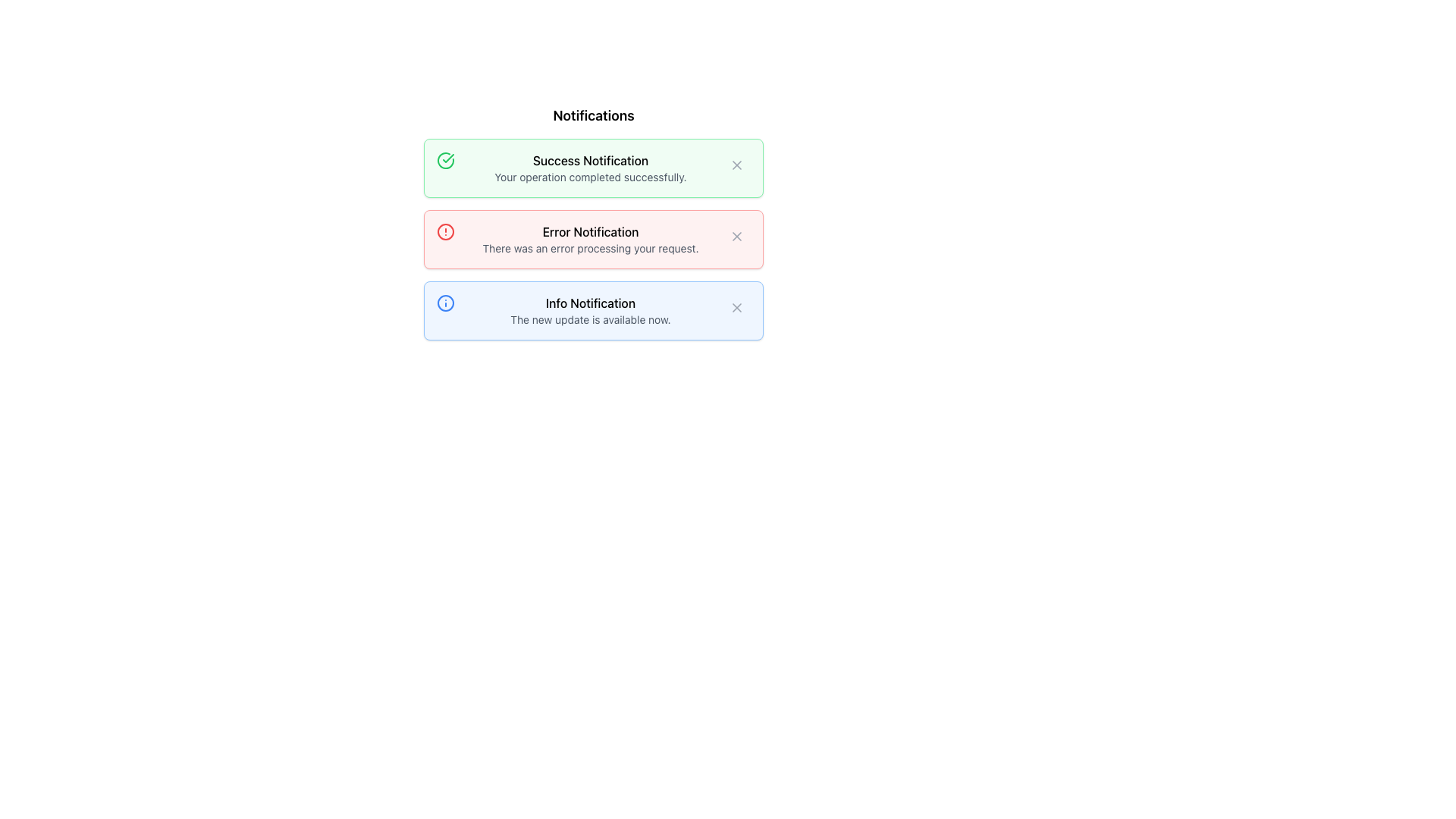 This screenshot has width=1456, height=819. Describe the element at coordinates (589, 177) in the screenshot. I see `the text message that says 'Your operation completed successfully.' located in the green-highlighted notification box below the 'Success Notification' header` at that location.